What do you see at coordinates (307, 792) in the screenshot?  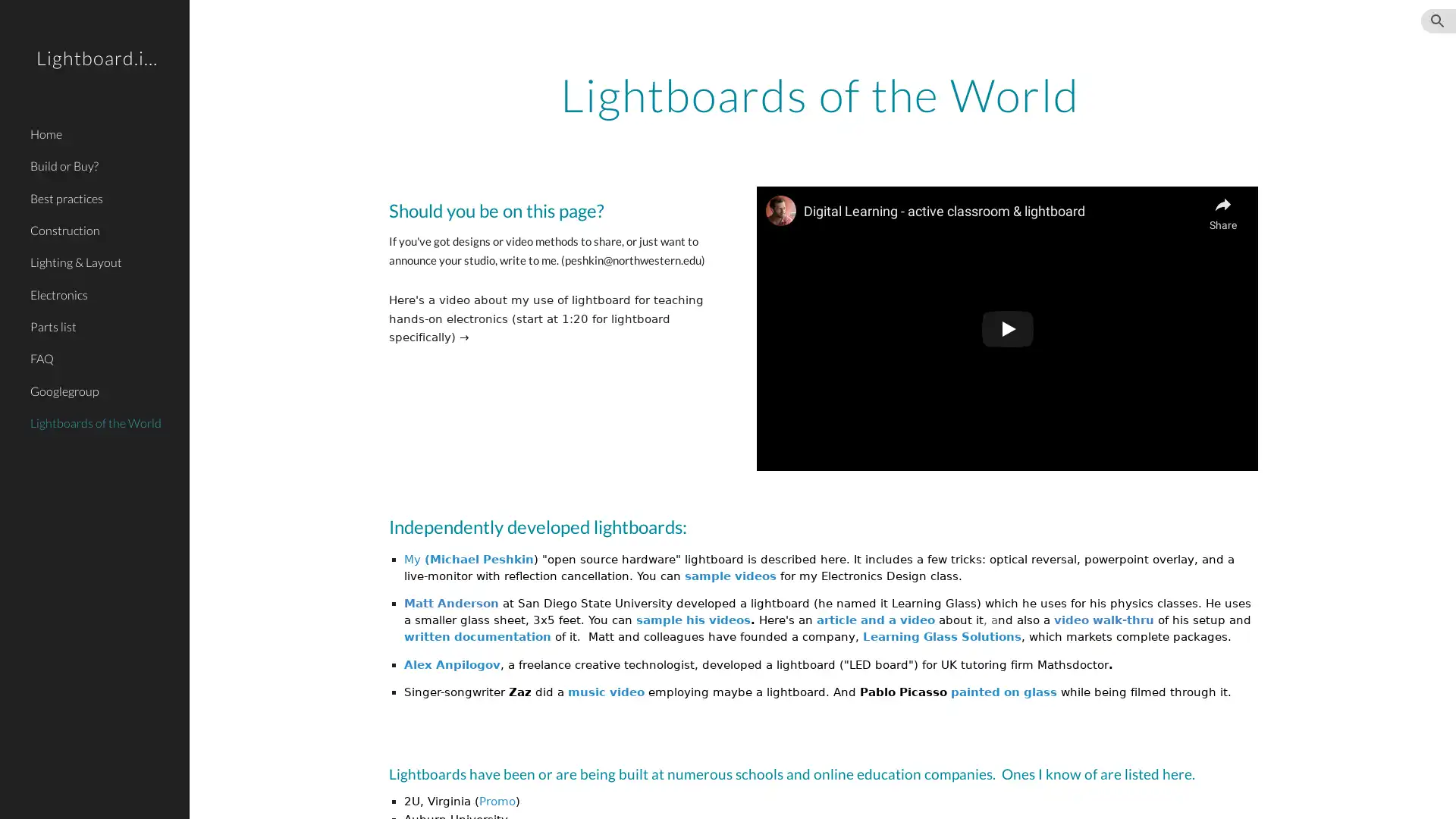 I see `Google Sites` at bounding box center [307, 792].